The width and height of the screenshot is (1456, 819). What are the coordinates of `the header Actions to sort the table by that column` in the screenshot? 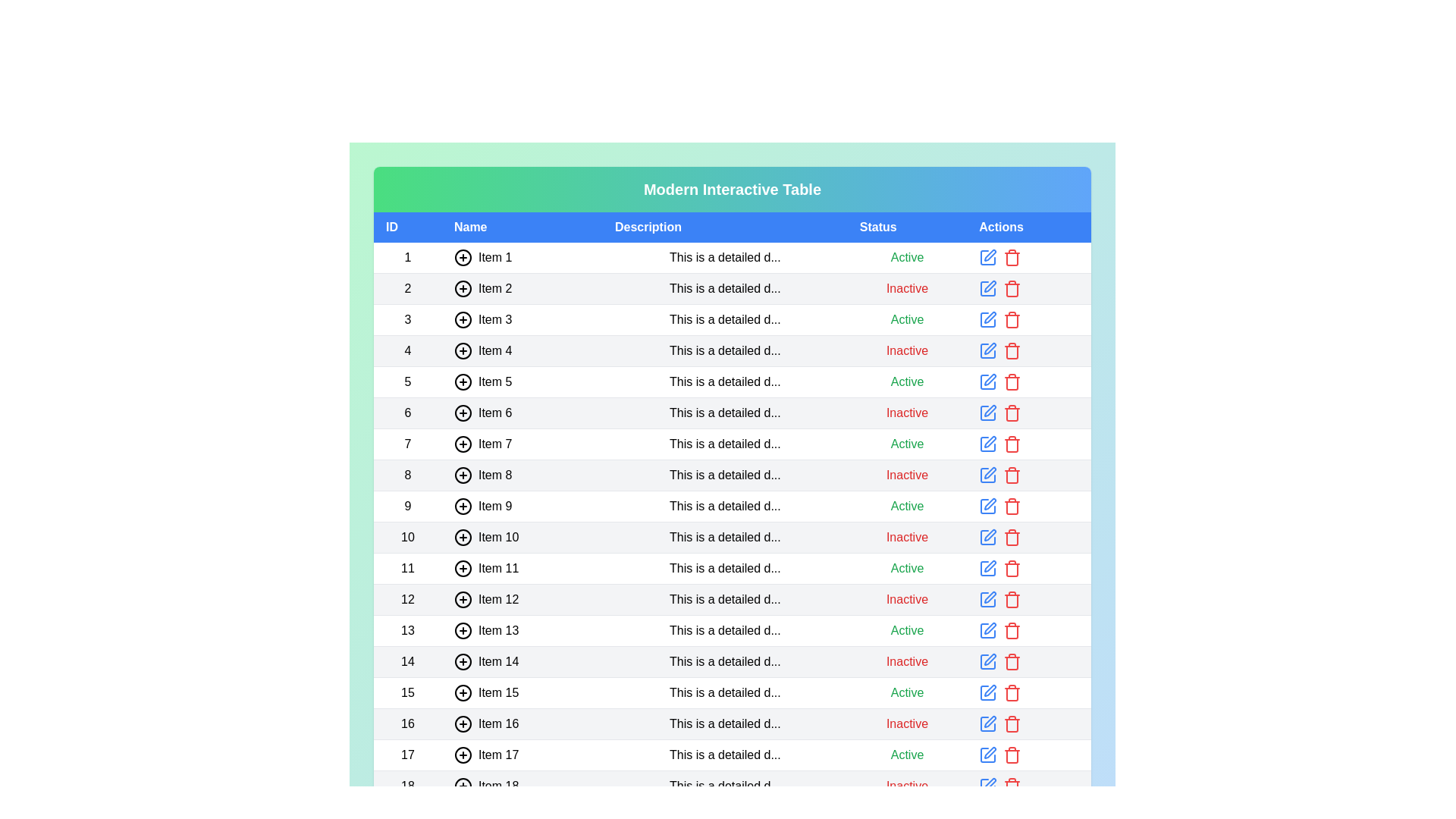 It's located at (1029, 227).